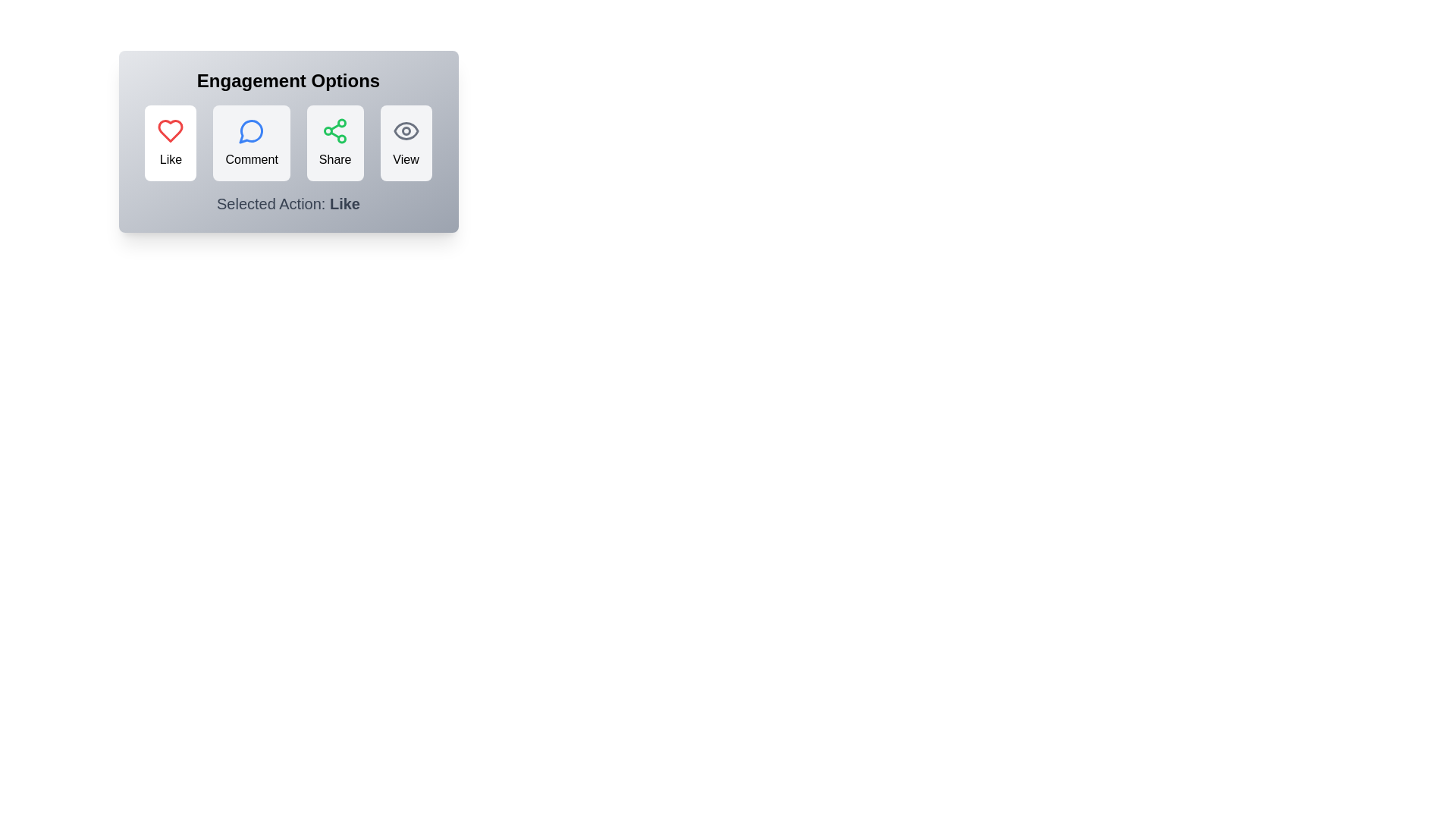 The height and width of the screenshot is (819, 1456). I want to click on the View button to select it, so click(406, 143).